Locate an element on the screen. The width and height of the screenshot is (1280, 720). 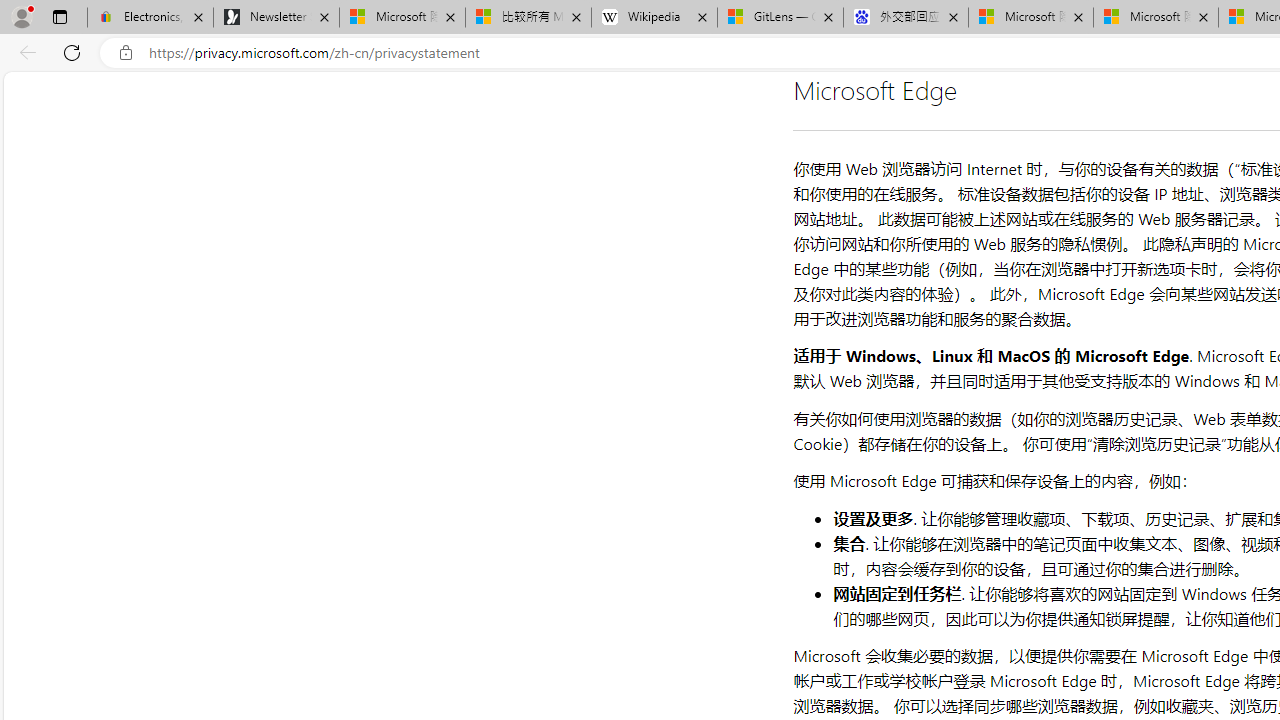
'Tab actions menu' is located at coordinates (59, 16).